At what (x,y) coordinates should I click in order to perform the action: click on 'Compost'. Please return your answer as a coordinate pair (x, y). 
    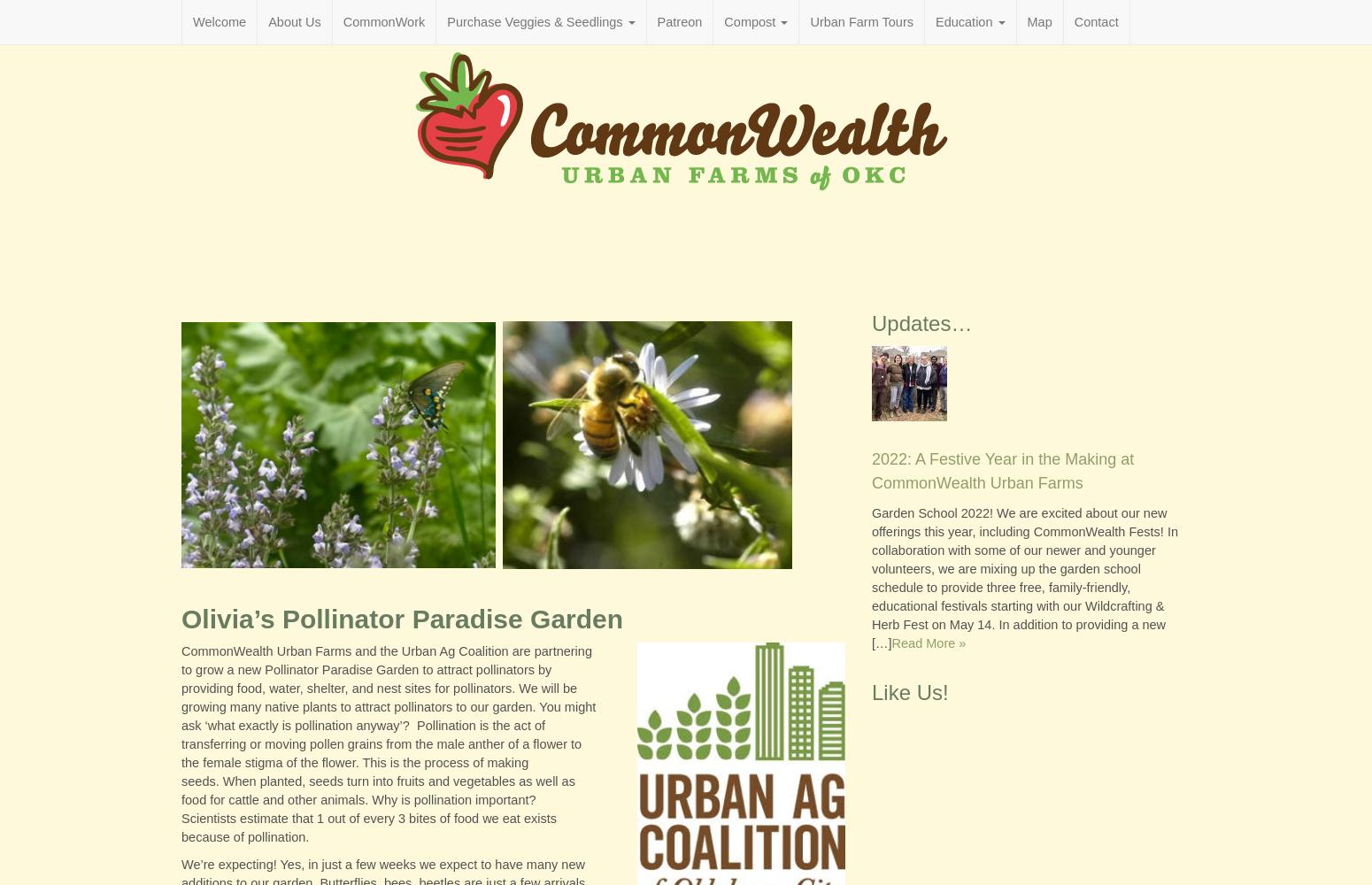
    Looking at the image, I should click on (750, 22).